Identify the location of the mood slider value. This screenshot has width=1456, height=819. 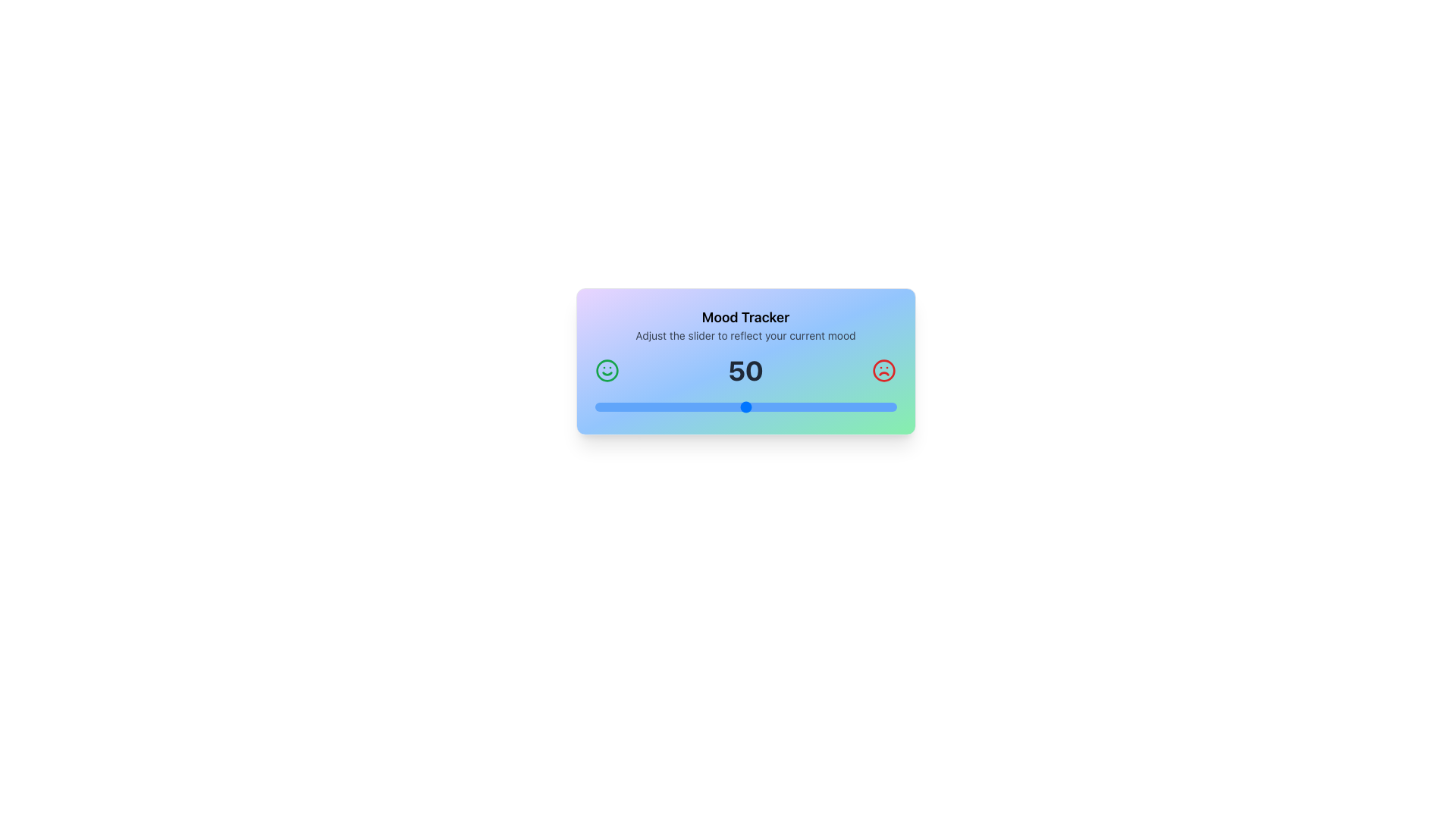
(661, 406).